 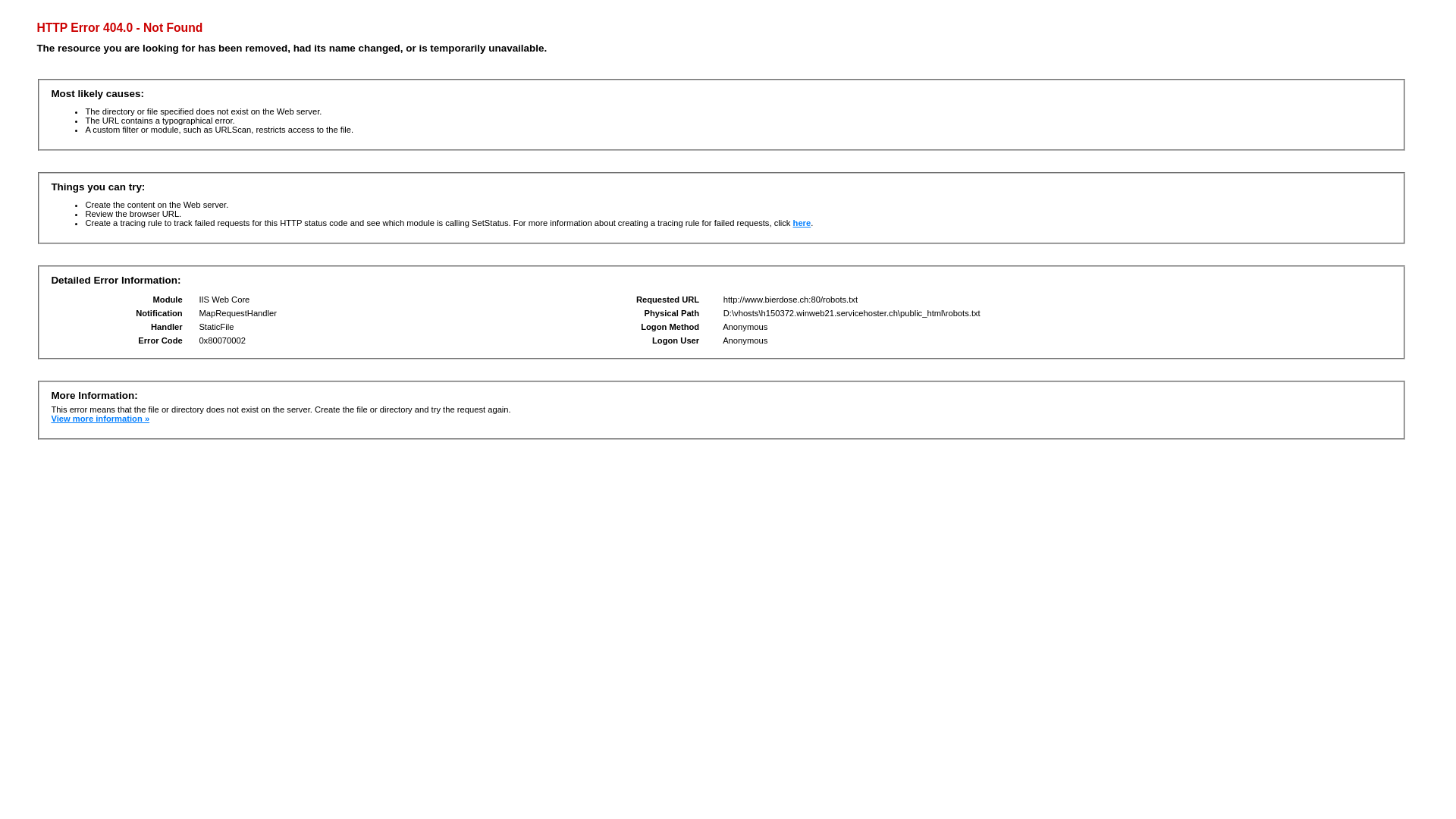 What do you see at coordinates (801, 222) in the screenshot?
I see `'here'` at bounding box center [801, 222].